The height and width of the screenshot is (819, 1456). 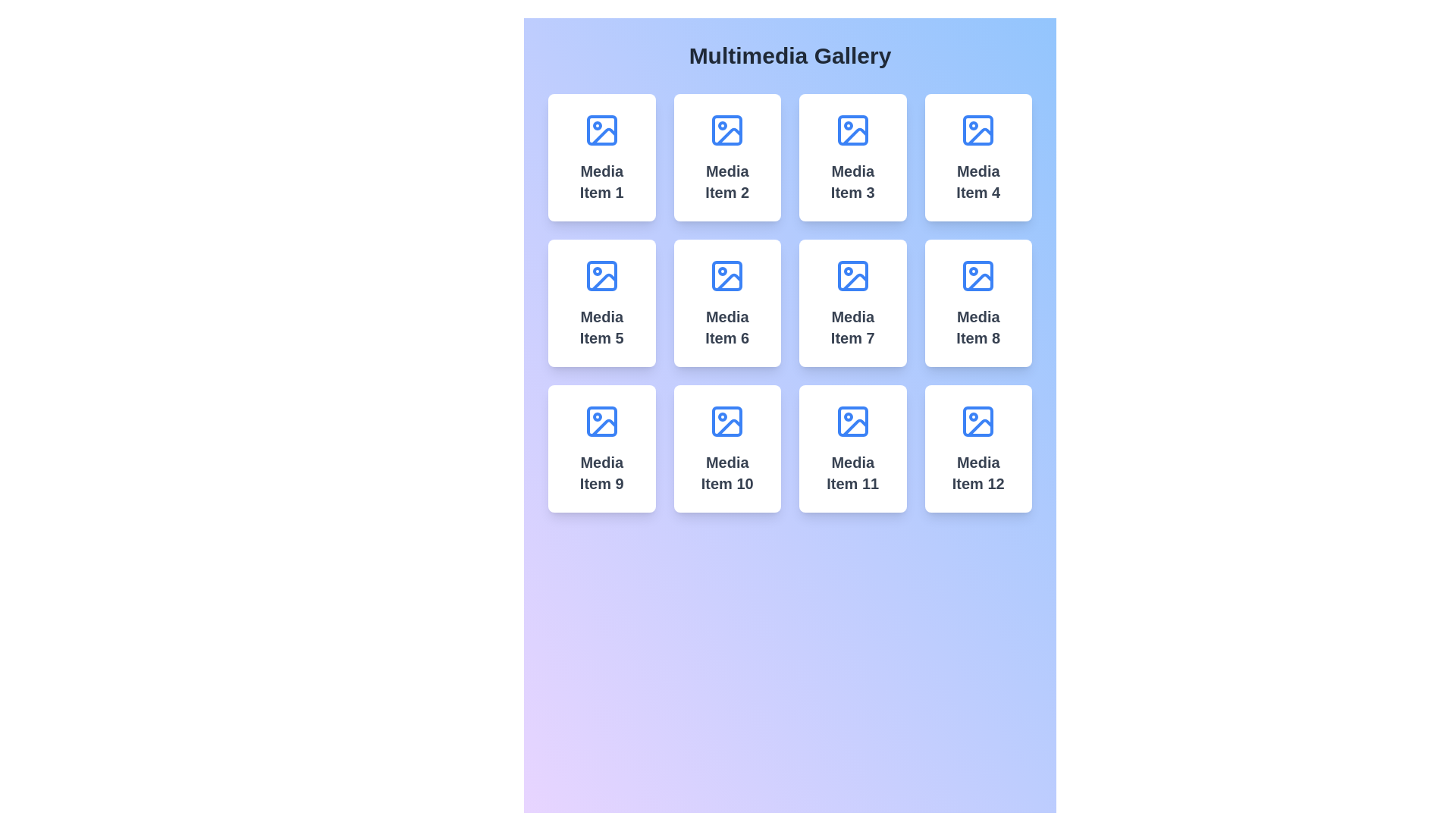 What do you see at coordinates (852, 158) in the screenshot?
I see `the third card in the first row of the grid layout that presents information or performs an action related to 'Media Item 3' to interact` at bounding box center [852, 158].